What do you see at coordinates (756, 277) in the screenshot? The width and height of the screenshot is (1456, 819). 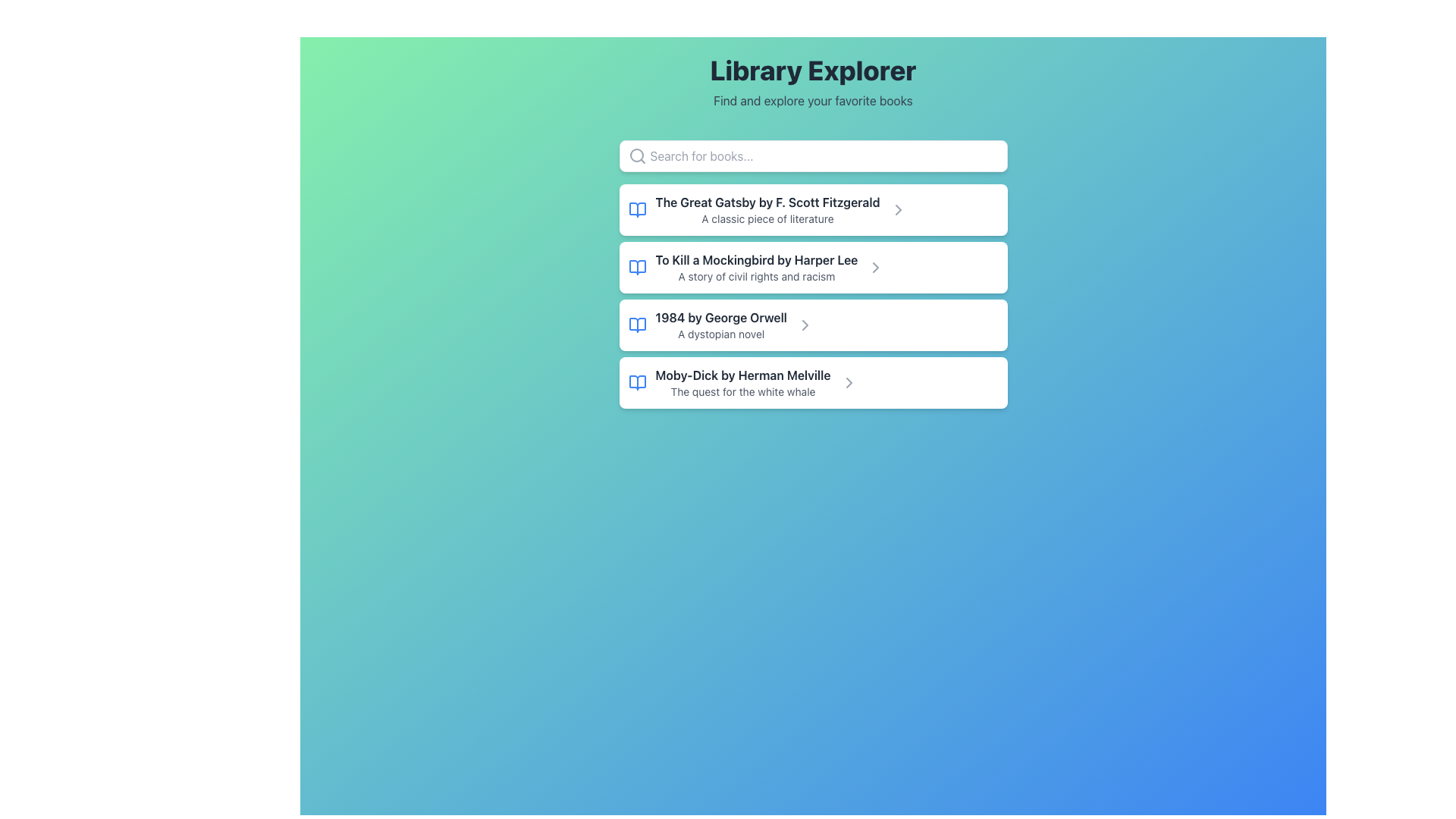 I see `description text that says 'A story of civil rights and racism', which is displayed in a smaller font size and muted gray color, located below the title 'To Kill a Mockingbird by Harper Lee' in the second card-like layout` at bounding box center [756, 277].